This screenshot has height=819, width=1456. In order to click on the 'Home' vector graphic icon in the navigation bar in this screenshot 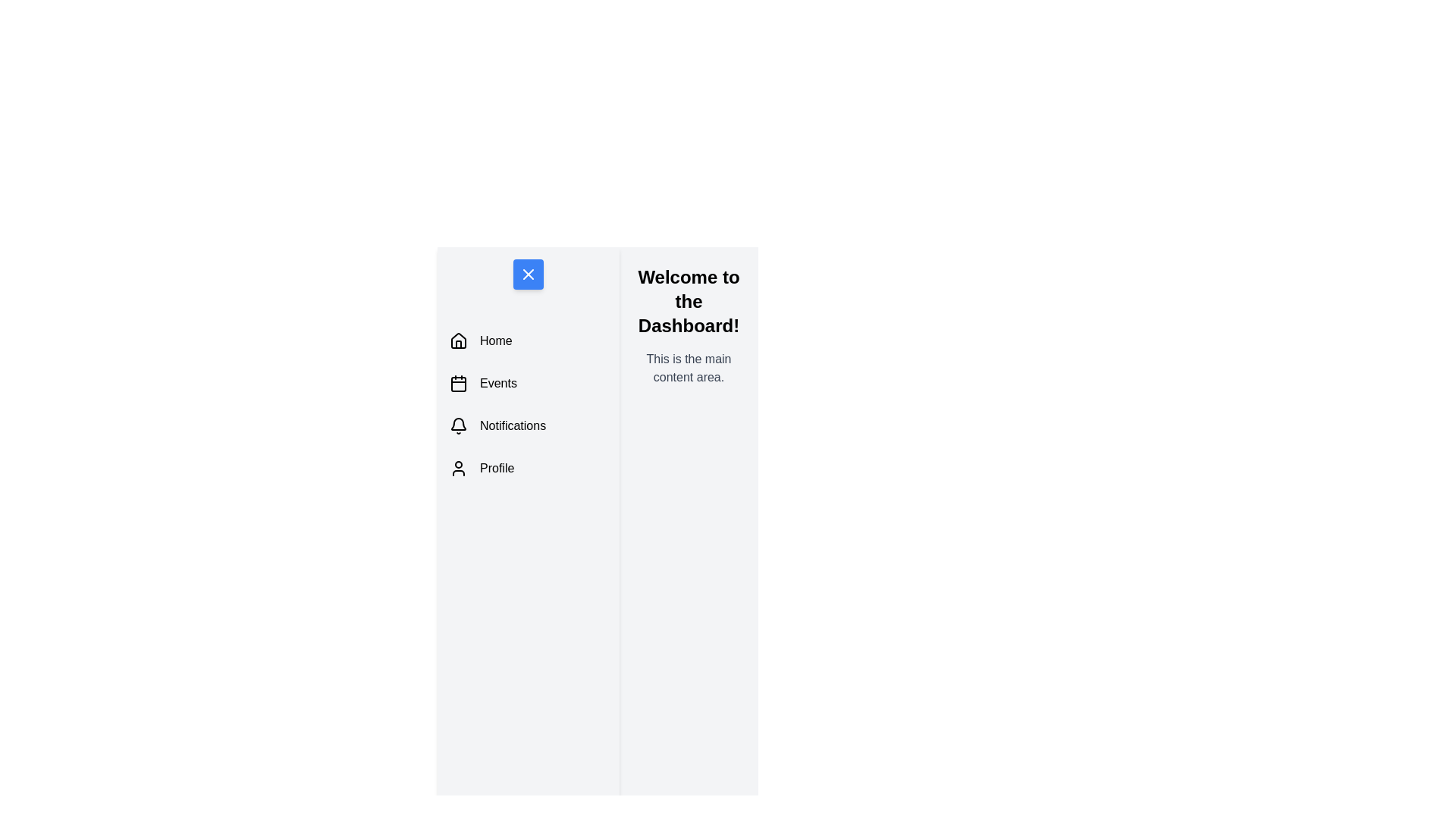, I will do `click(457, 339)`.